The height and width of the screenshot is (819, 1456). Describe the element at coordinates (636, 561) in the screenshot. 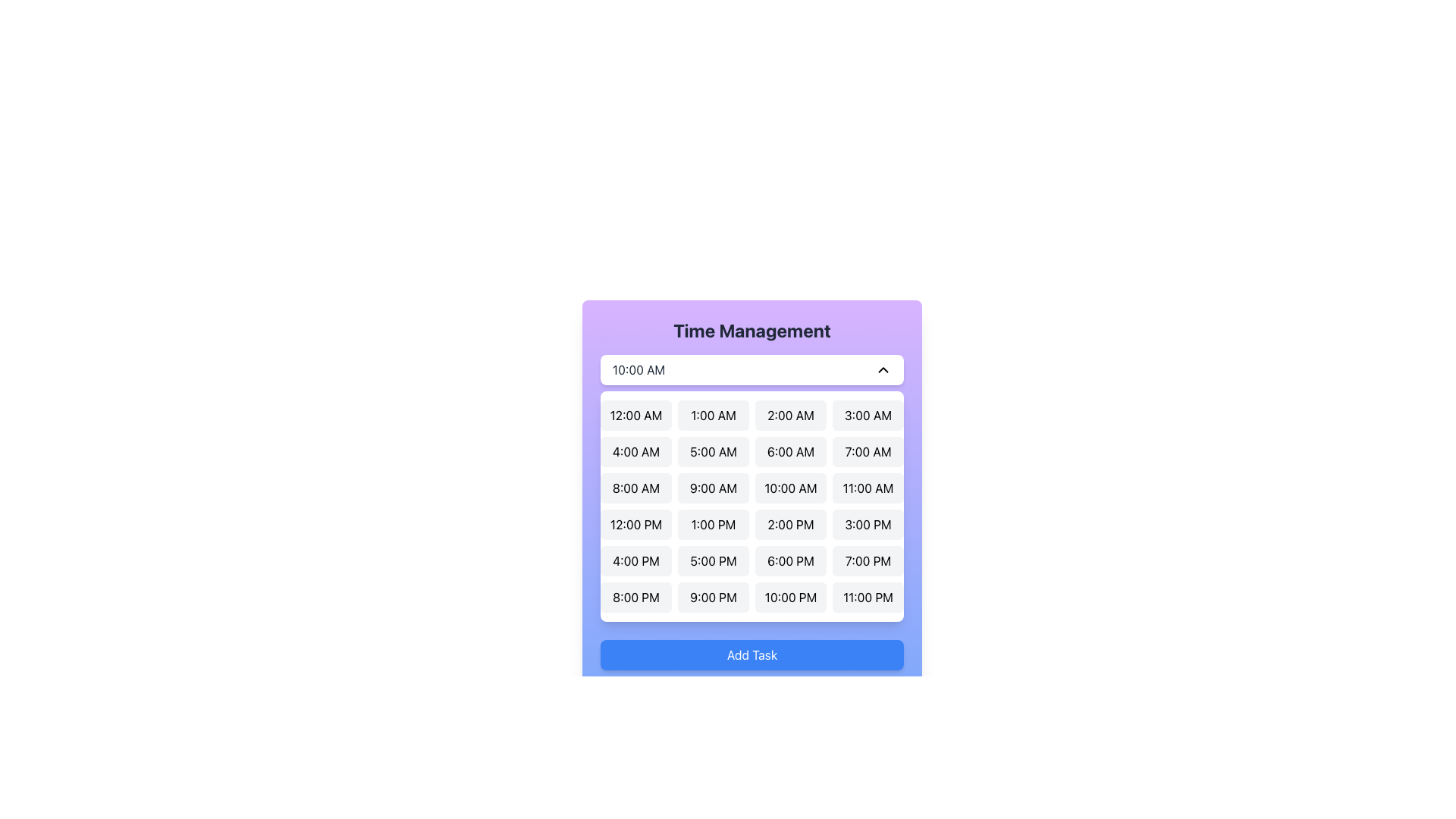

I see `the rectangular button with the text '4:00 PM' in black font, which is located in the fifth row and first column of a 4-column grid` at that location.